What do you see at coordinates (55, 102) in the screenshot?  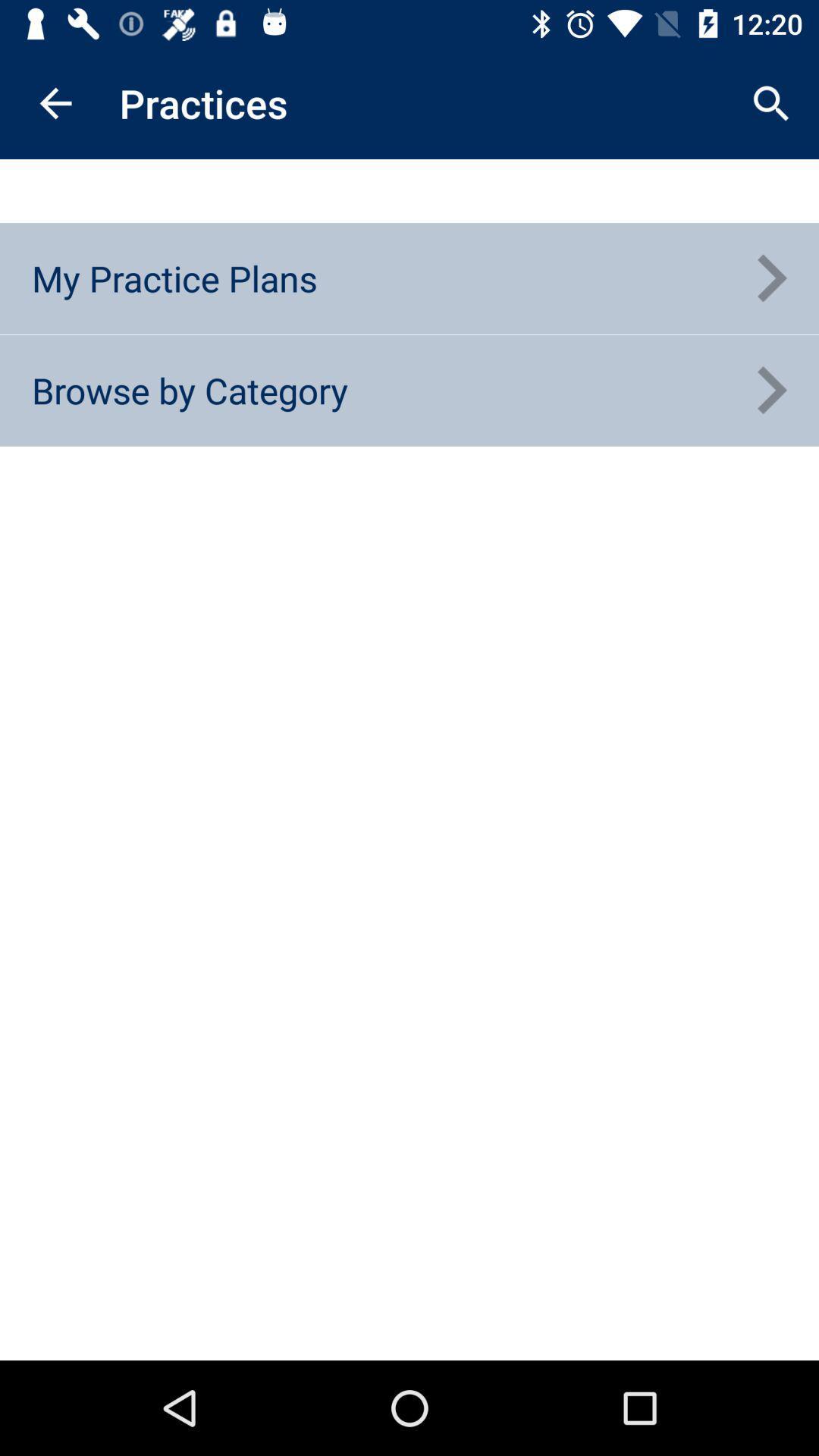 I see `the item to the left of the practices item` at bounding box center [55, 102].